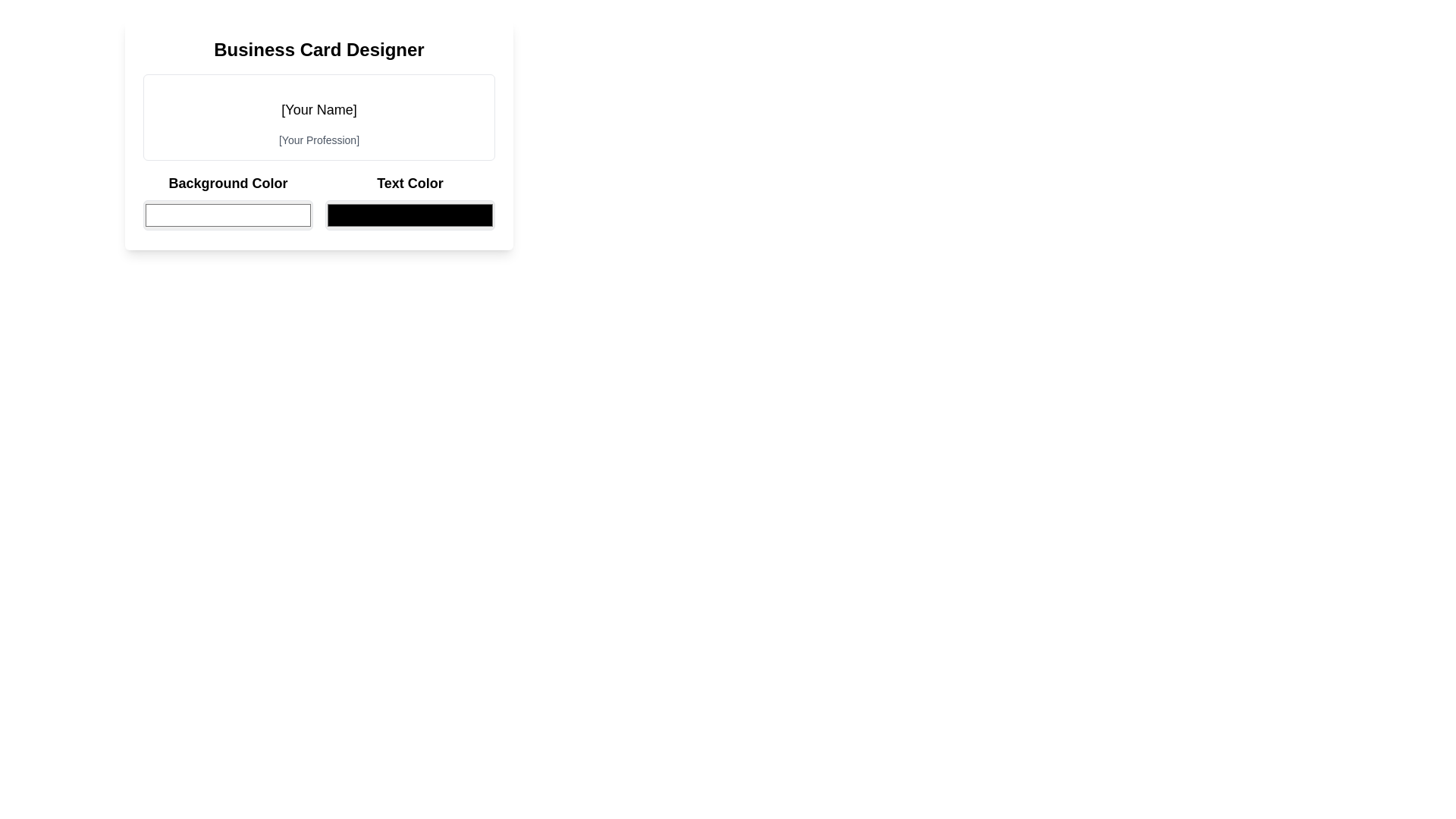 The height and width of the screenshot is (819, 1456). Describe the element at coordinates (318, 140) in the screenshot. I see `the static text label indicating the user's profession, which is positioned directly below the '[Your Name]' label in the business card designer interface` at that location.